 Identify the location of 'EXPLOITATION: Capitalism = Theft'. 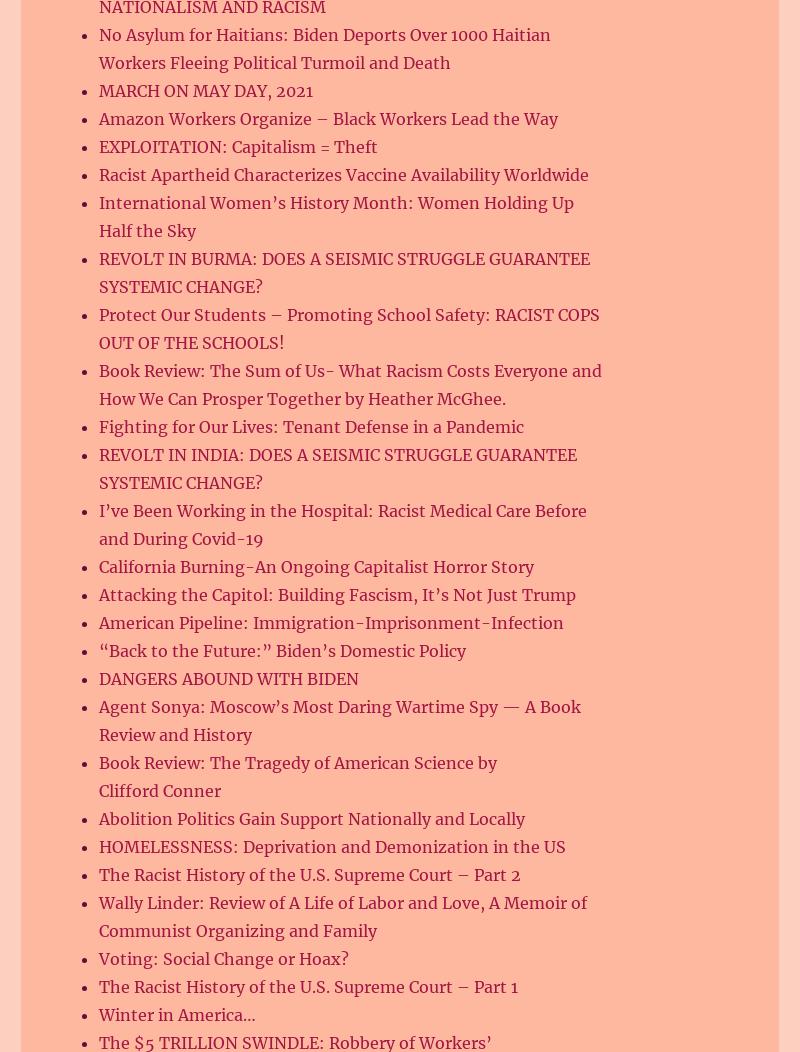
(237, 145).